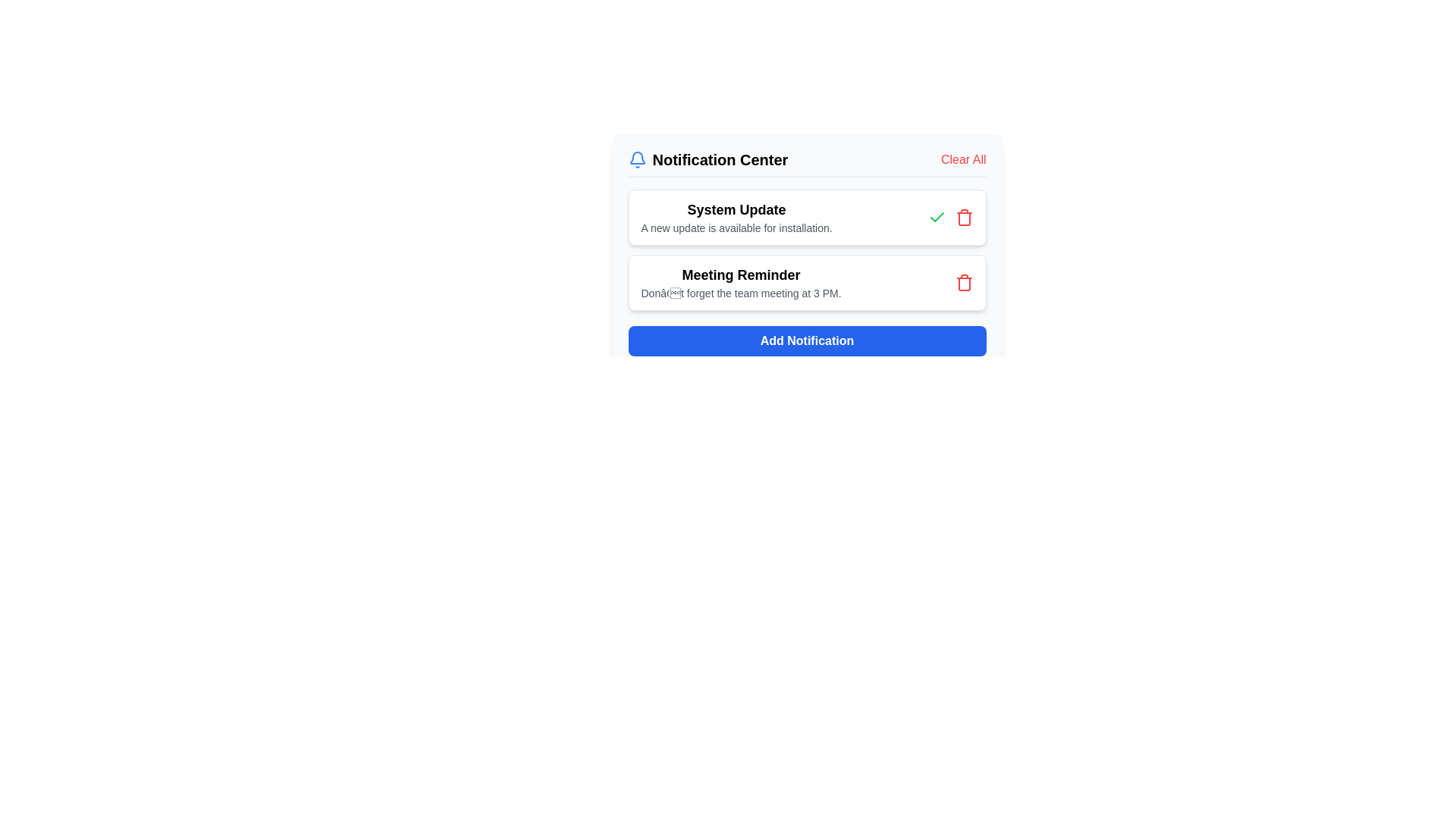 Image resolution: width=1456 pixels, height=819 pixels. I want to click on the red trash bin icon button located, so click(963, 217).